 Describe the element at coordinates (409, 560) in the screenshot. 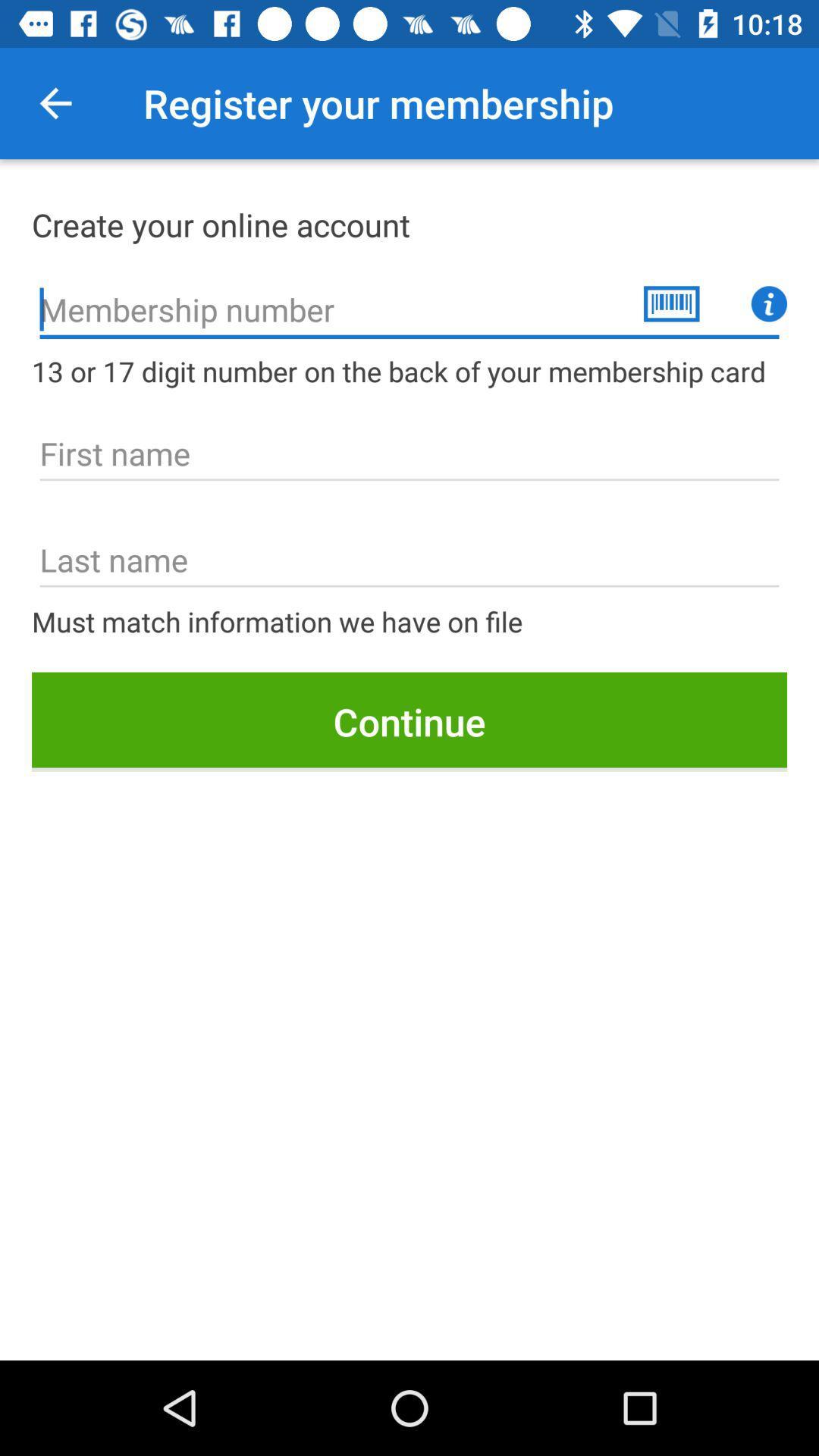

I see `text below first name` at that location.